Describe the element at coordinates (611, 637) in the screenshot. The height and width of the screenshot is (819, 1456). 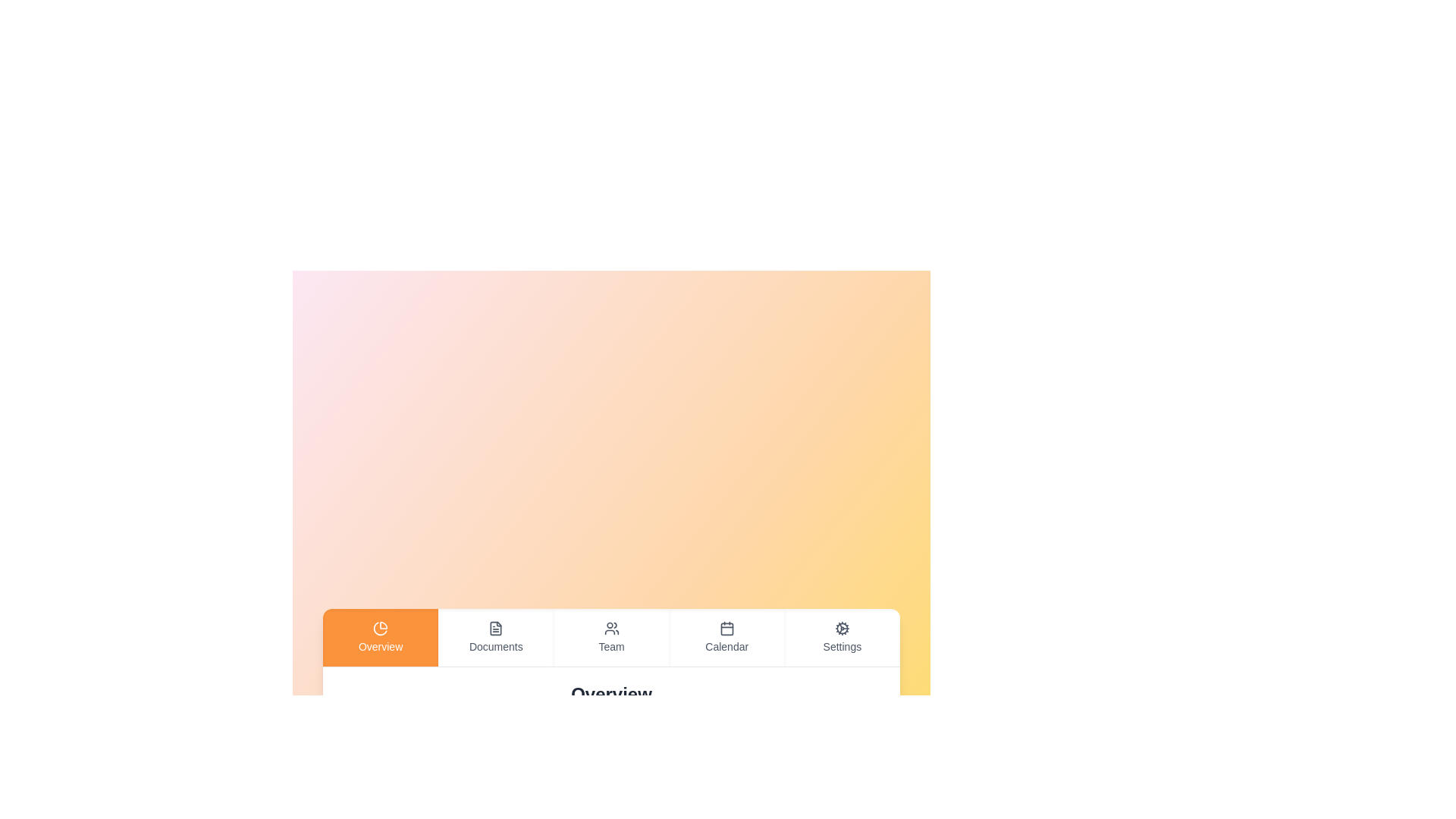
I see `the 'Team' tab in the navigation bar` at that location.